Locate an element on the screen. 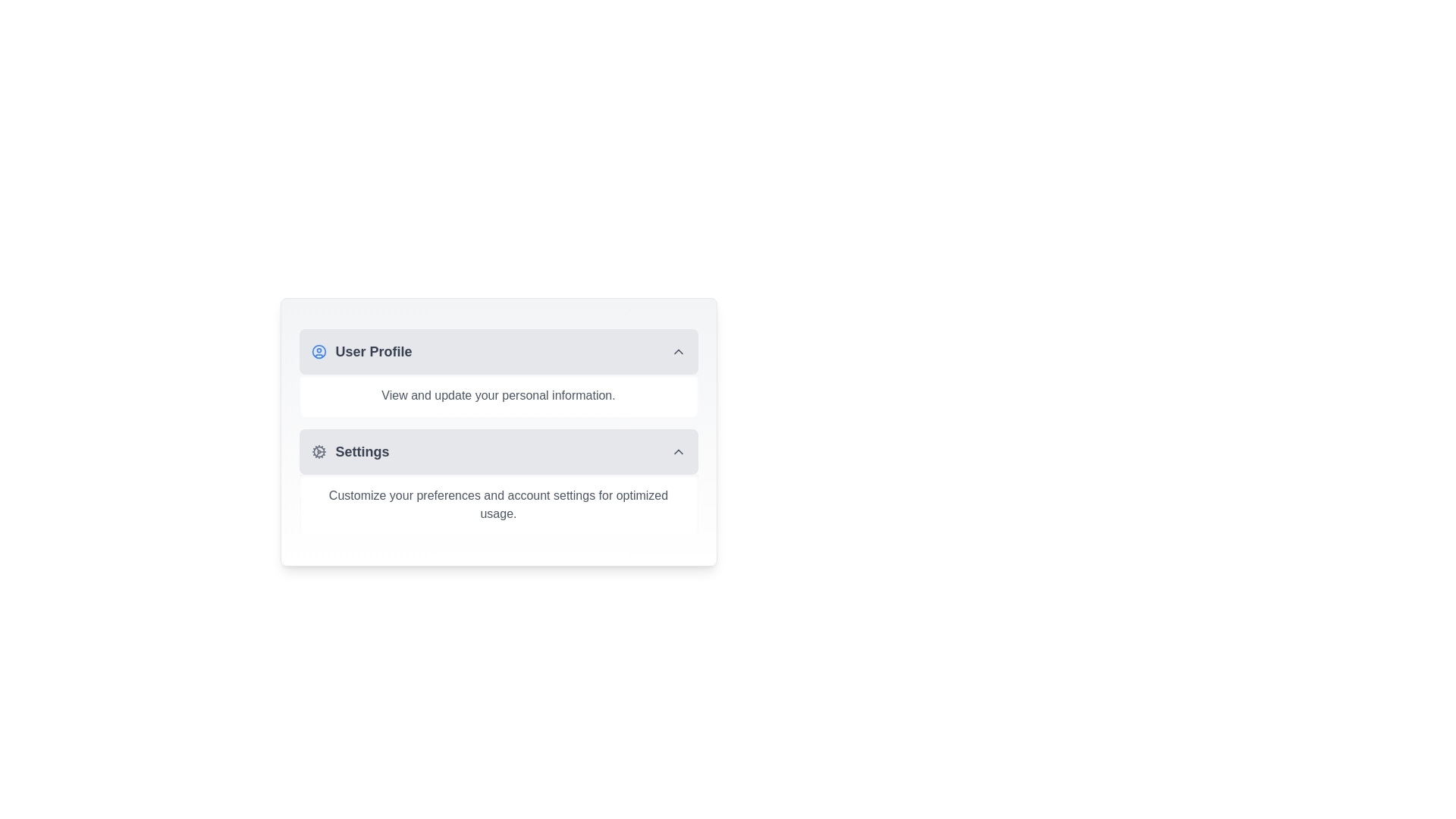 The width and height of the screenshot is (1456, 819). the chevron-up icon located at the far right side of the 'User Profile' header section, adjacent to the text 'User Profile' is located at coordinates (677, 351).